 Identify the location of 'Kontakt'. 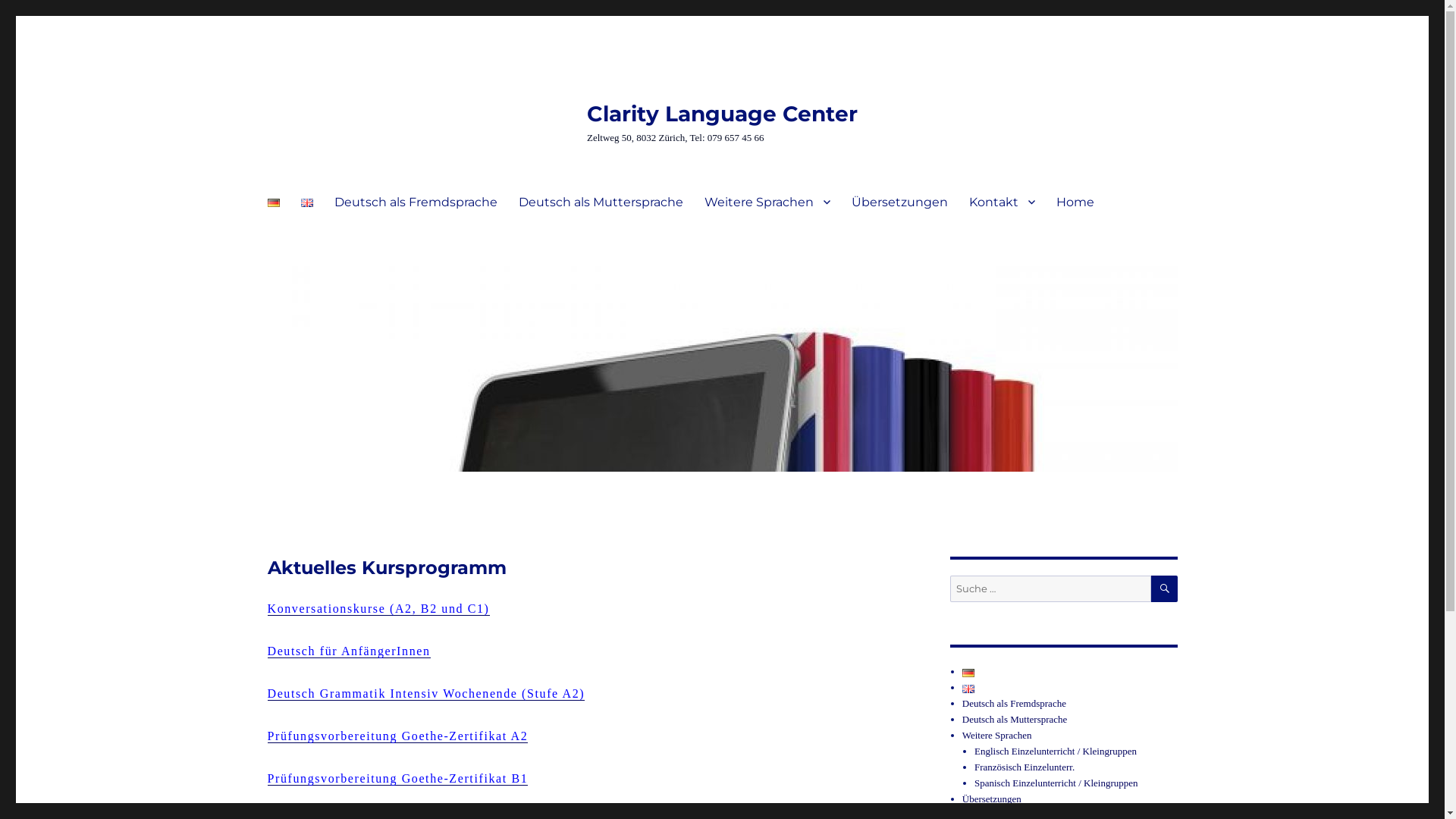
(1002, 201).